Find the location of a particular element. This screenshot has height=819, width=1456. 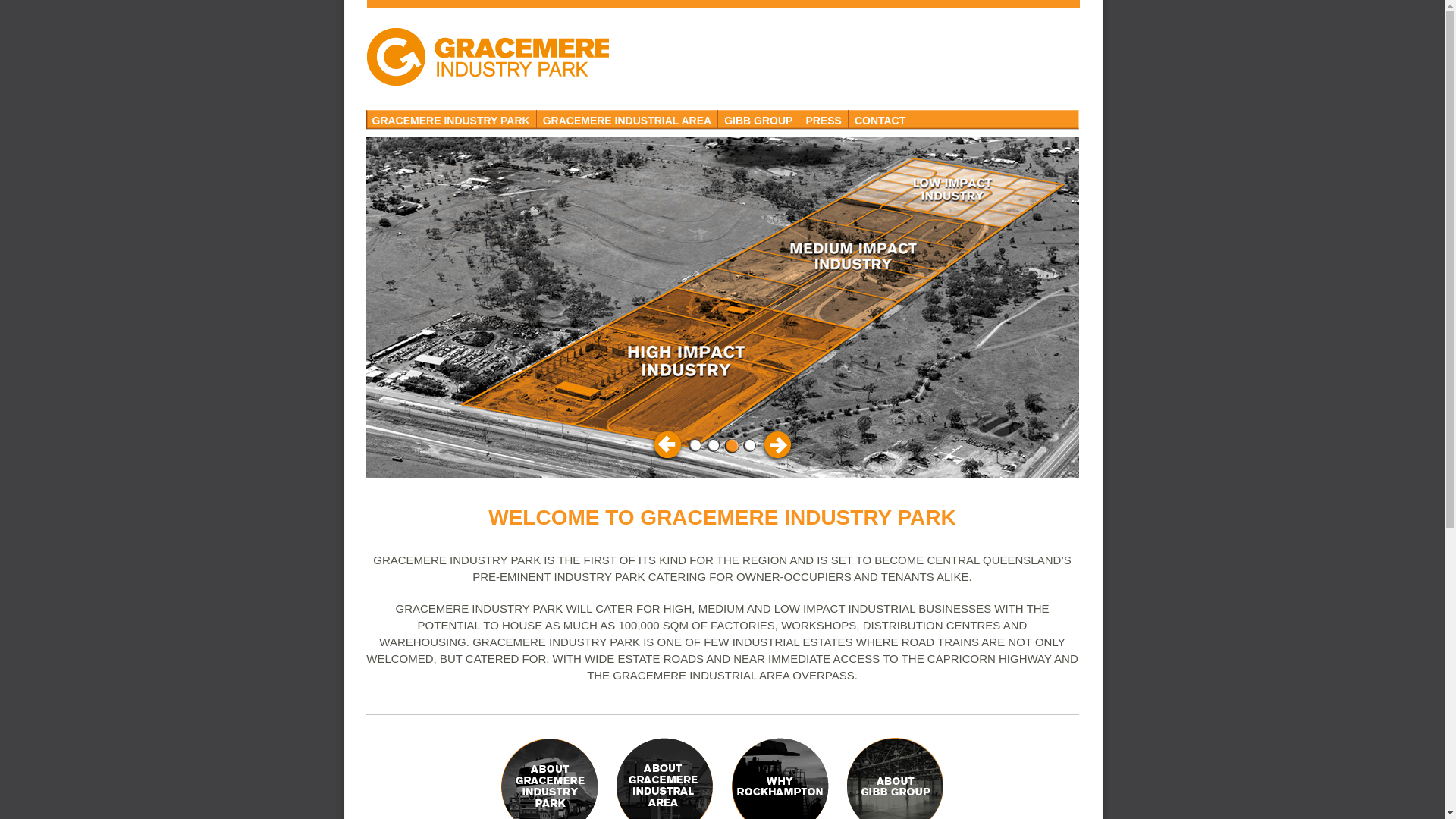

'Next' is located at coordinates (775, 444).